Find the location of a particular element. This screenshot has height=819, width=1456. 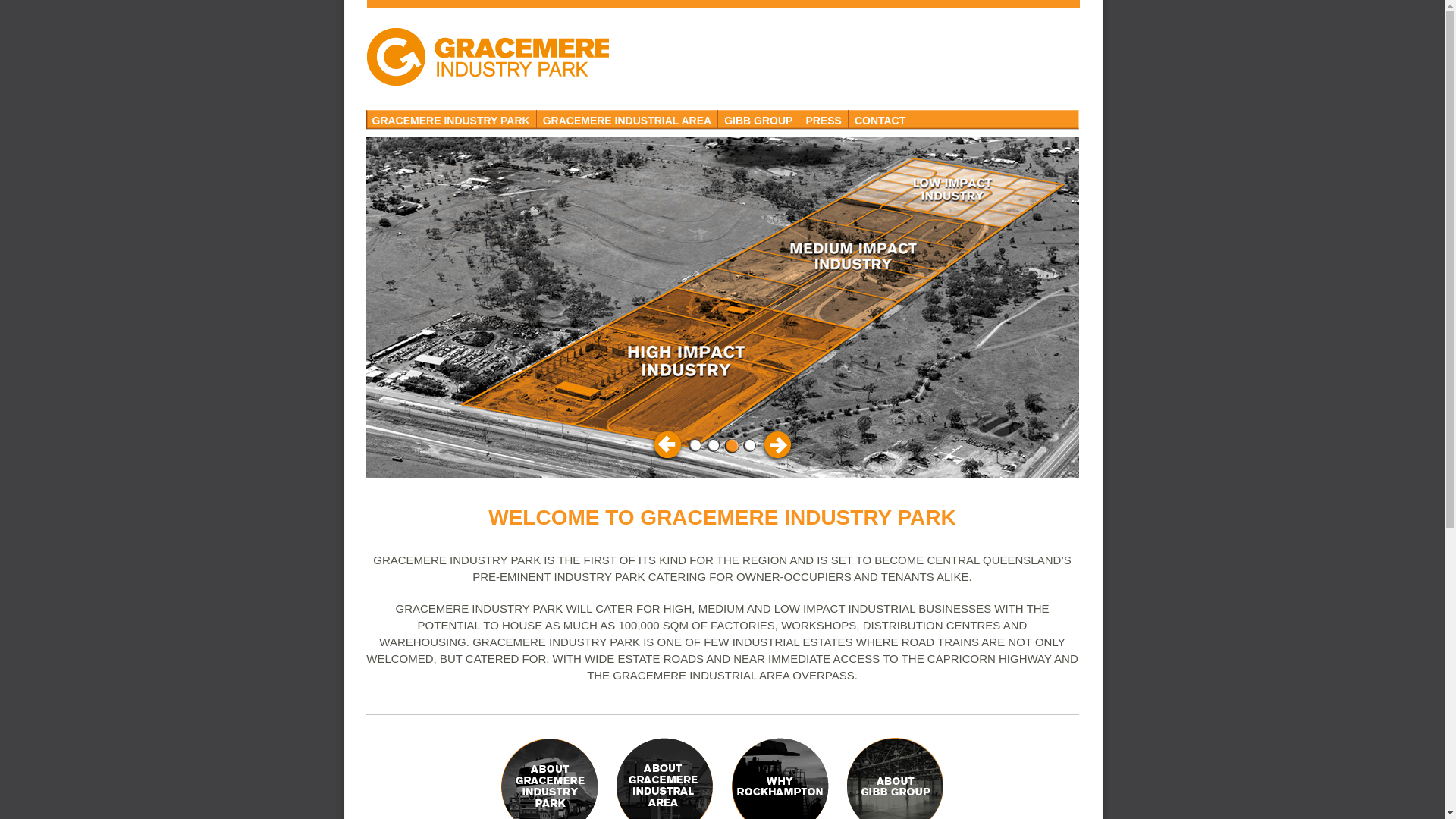

'Next' is located at coordinates (775, 444).